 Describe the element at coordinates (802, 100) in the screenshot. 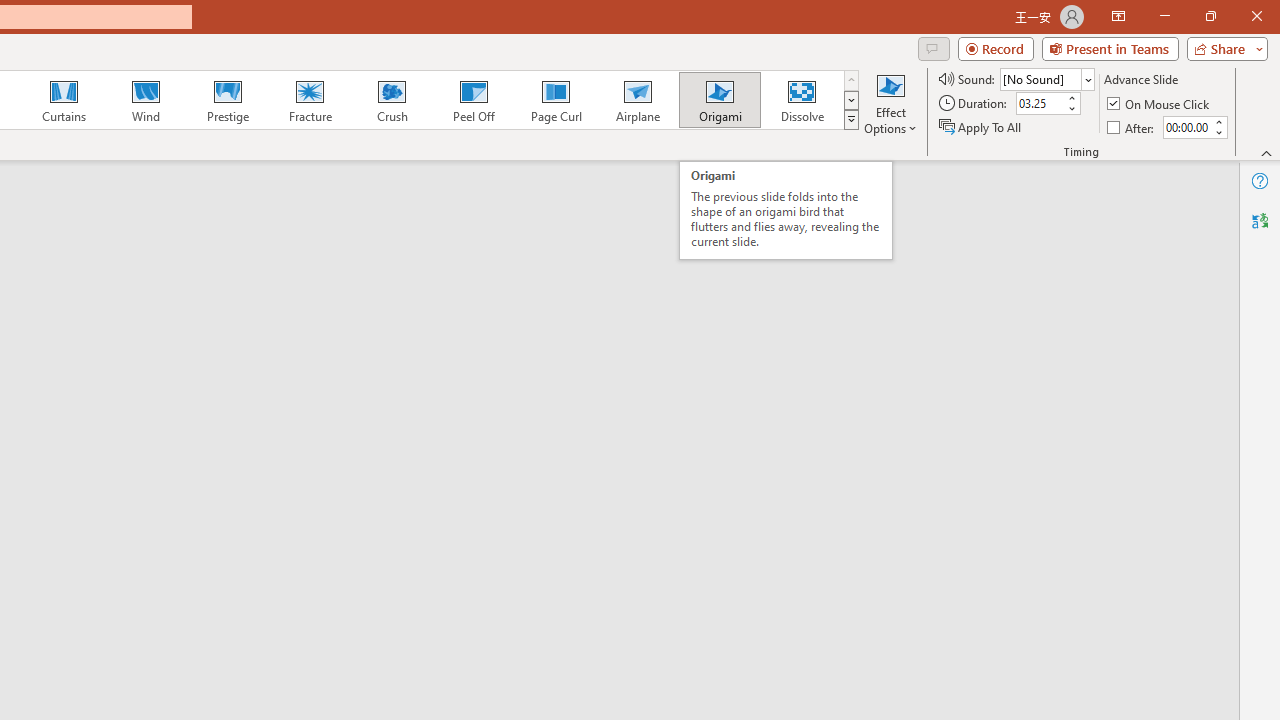

I see `'Dissolve'` at that location.